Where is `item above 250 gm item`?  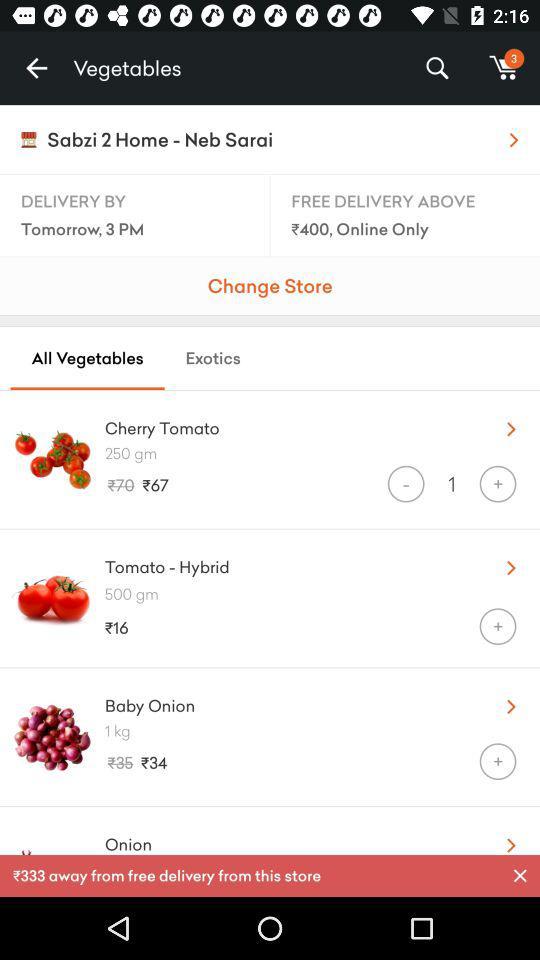
item above 250 gm item is located at coordinates (287, 424).